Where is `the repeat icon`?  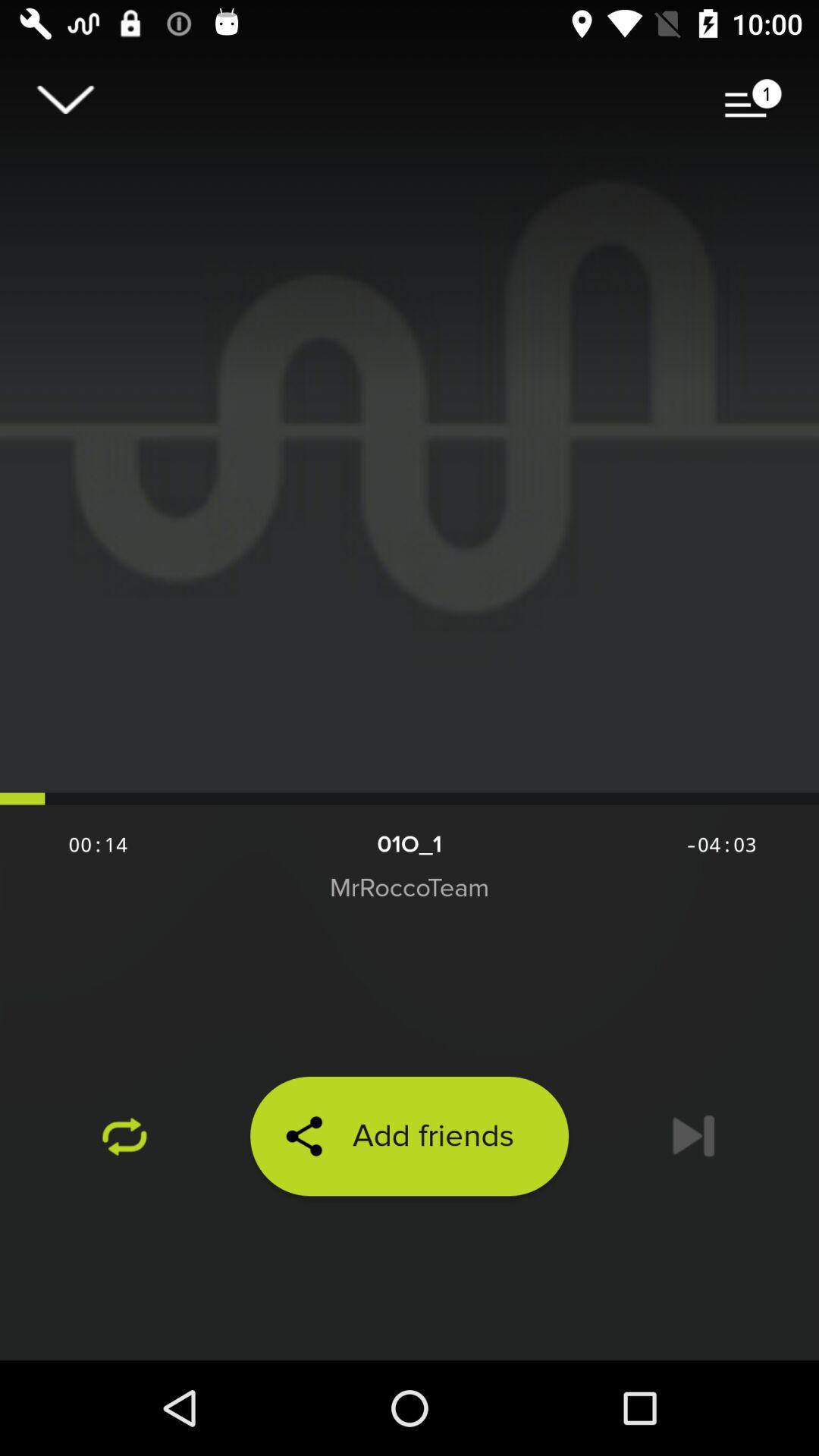
the repeat icon is located at coordinates (124, 1136).